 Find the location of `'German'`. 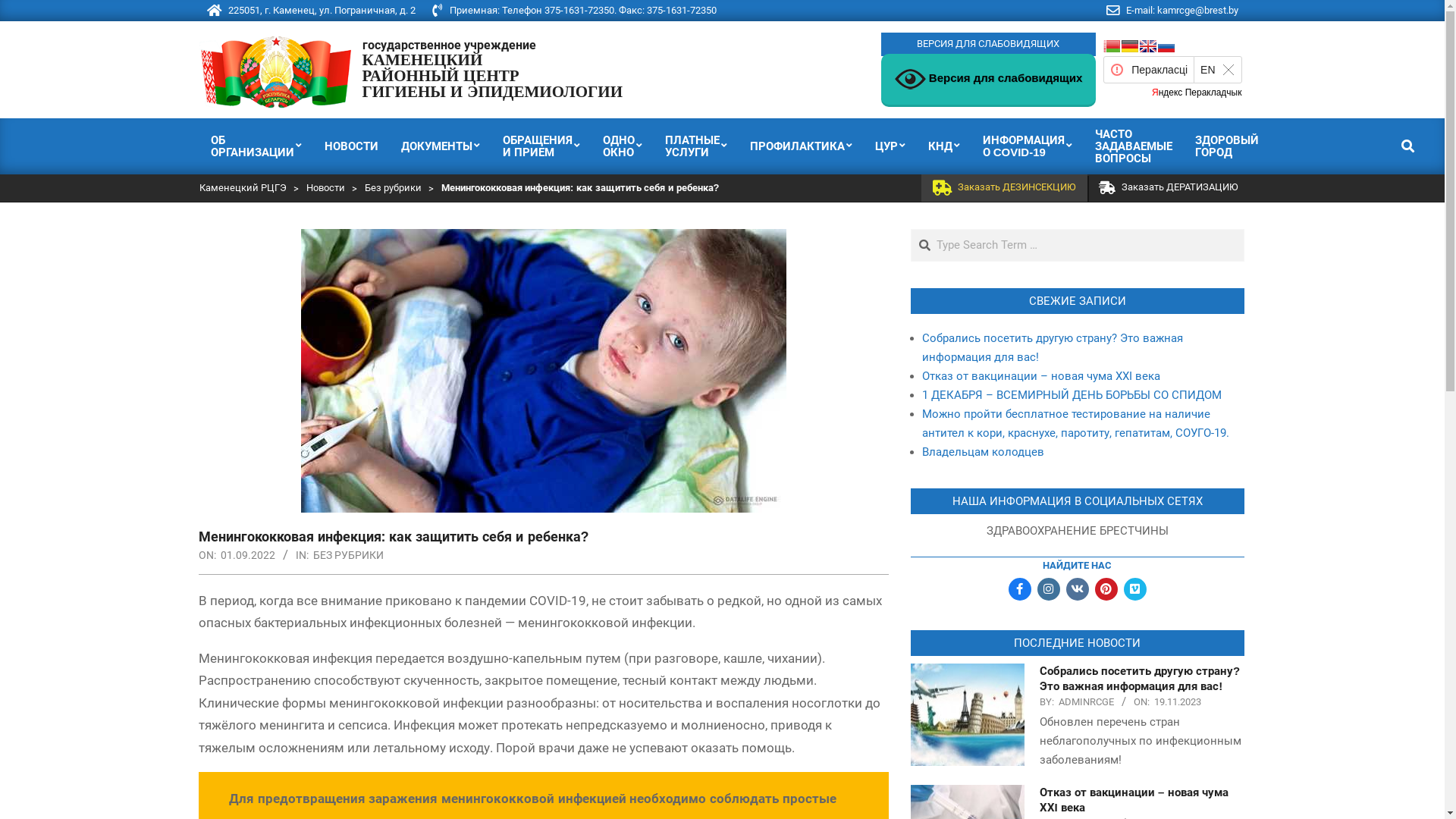

'German' is located at coordinates (1129, 45).